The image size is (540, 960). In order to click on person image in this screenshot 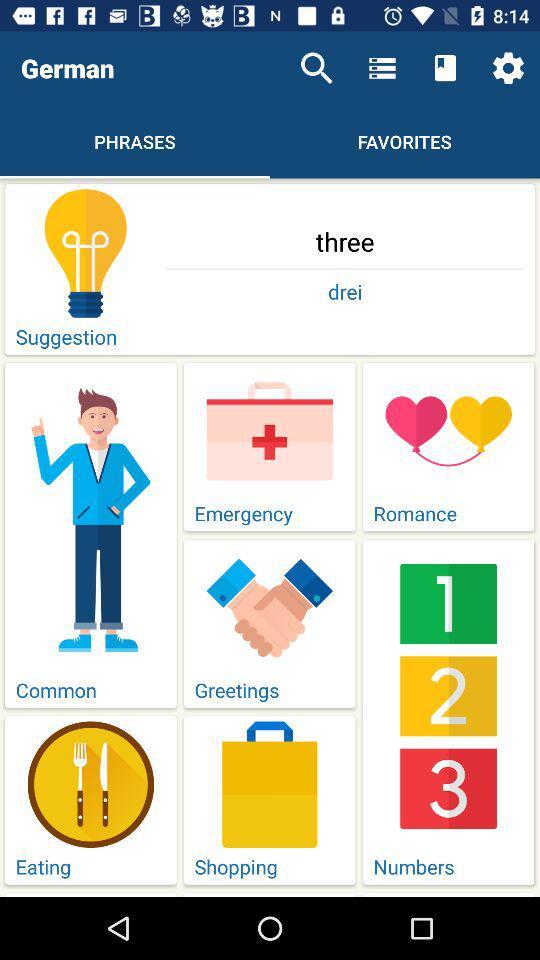, I will do `click(89, 518)`.